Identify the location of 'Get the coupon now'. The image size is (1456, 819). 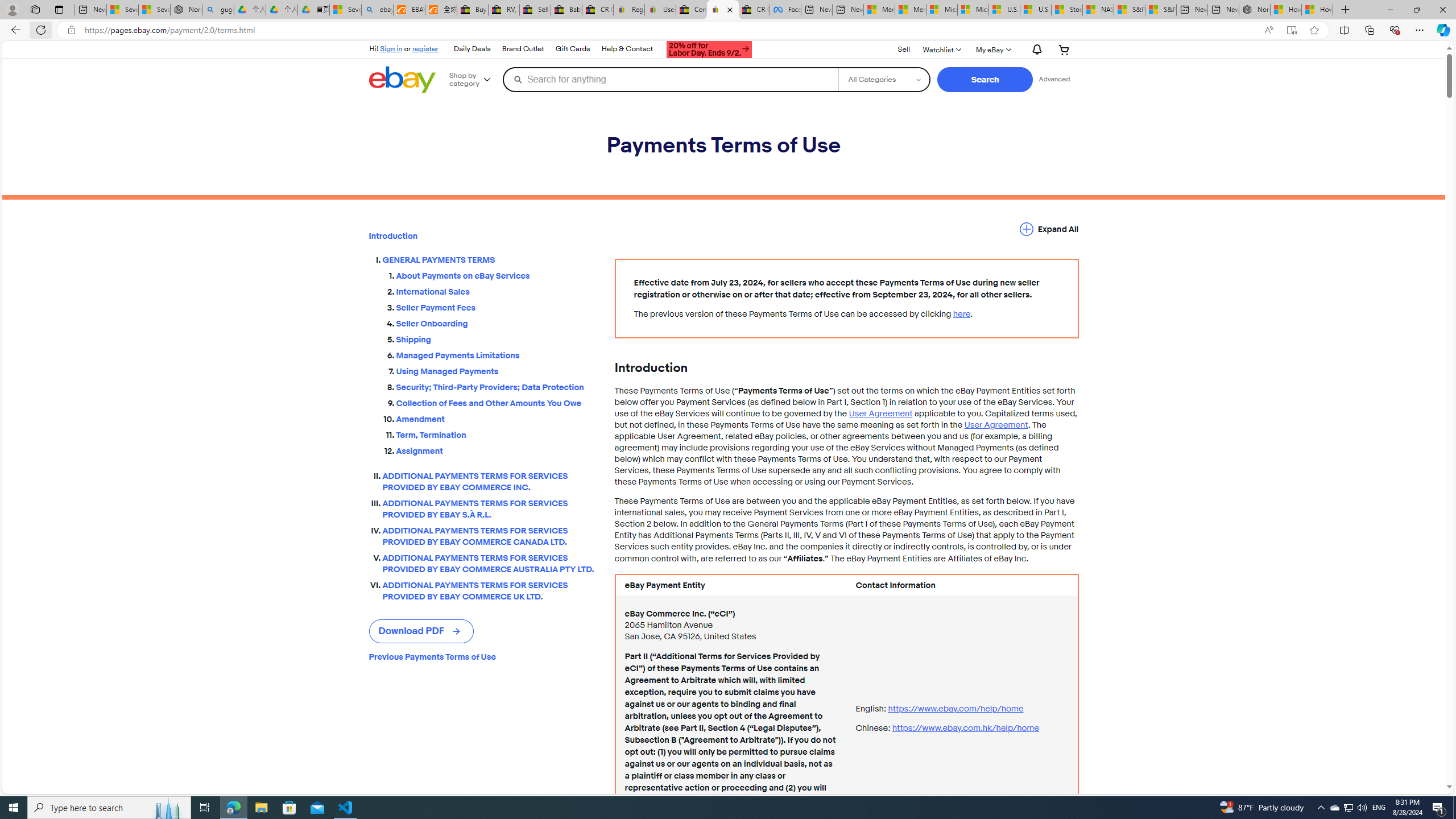
(709, 50).